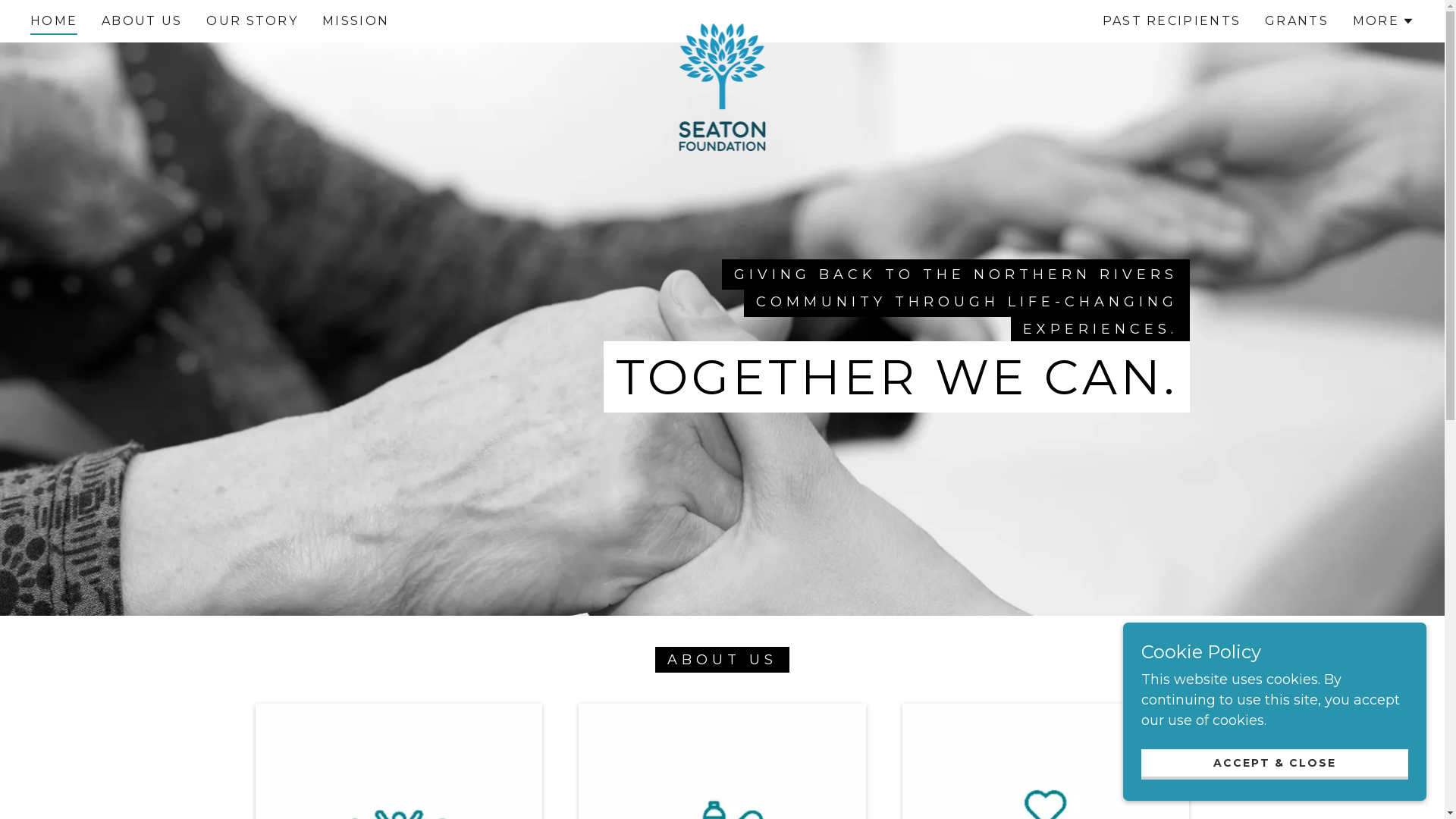  What do you see at coordinates (1098, 20) in the screenshot?
I see `'PAST RECIPIENTS'` at bounding box center [1098, 20].